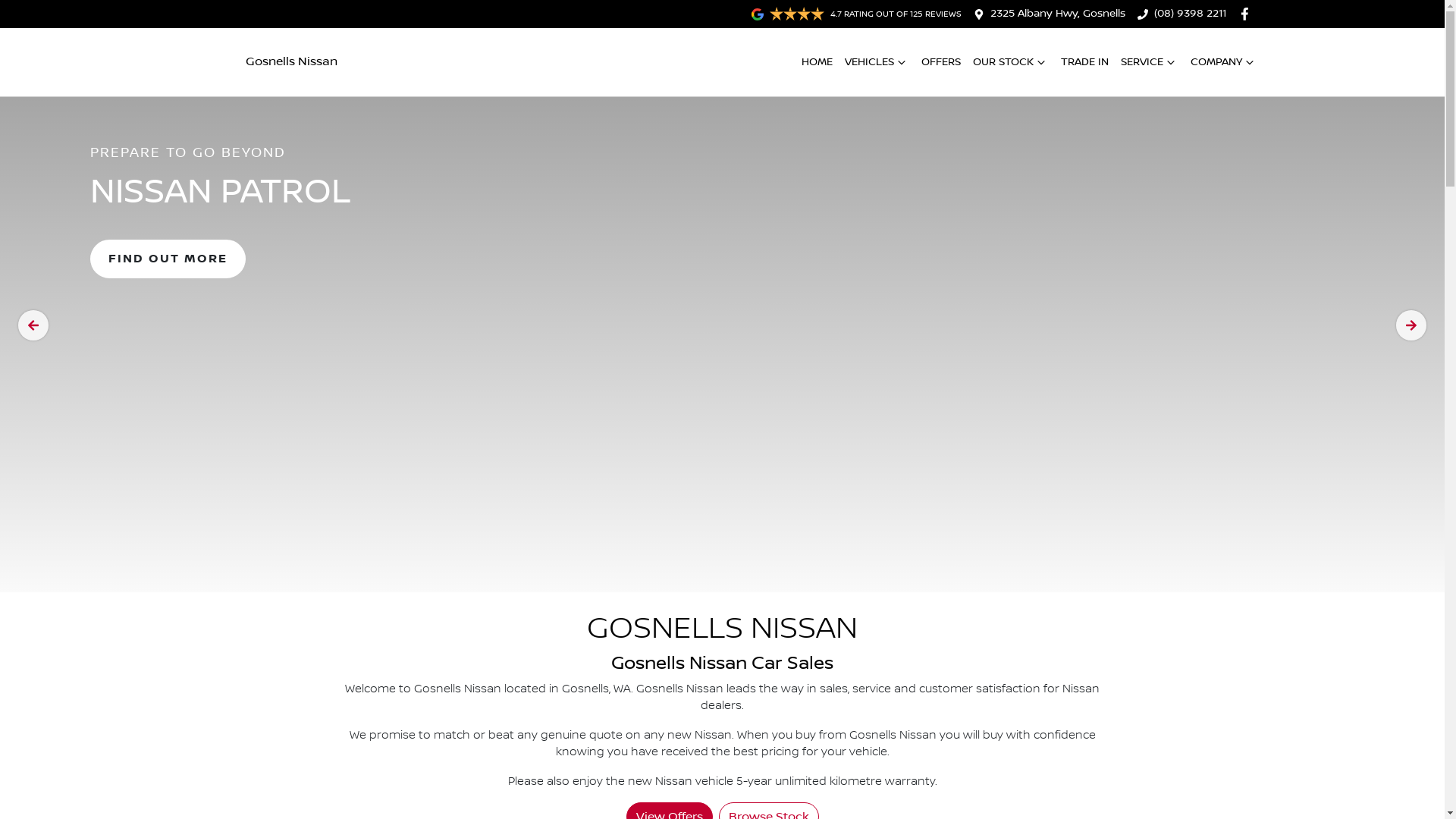 The height and width of the screenshot is (819, 1456). What do you see at coordinates (1223, 61) in the screenshot?
I see `'COMPANY'` at bounding box center [1223, 61].